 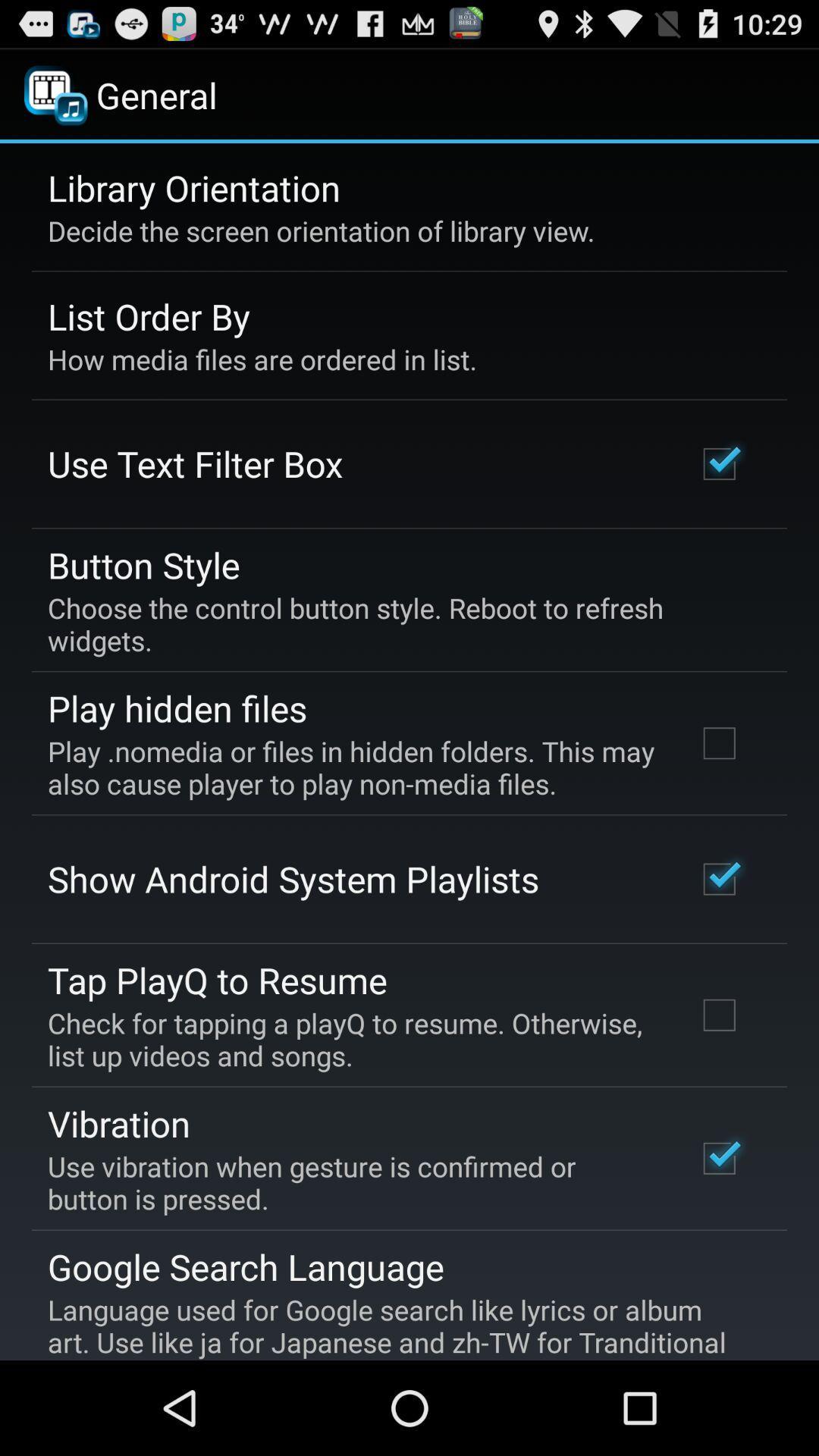 What do you see at coordinates (293, 879) in the screenshot?
I see `the show android system` at bounding box center [293, 879].